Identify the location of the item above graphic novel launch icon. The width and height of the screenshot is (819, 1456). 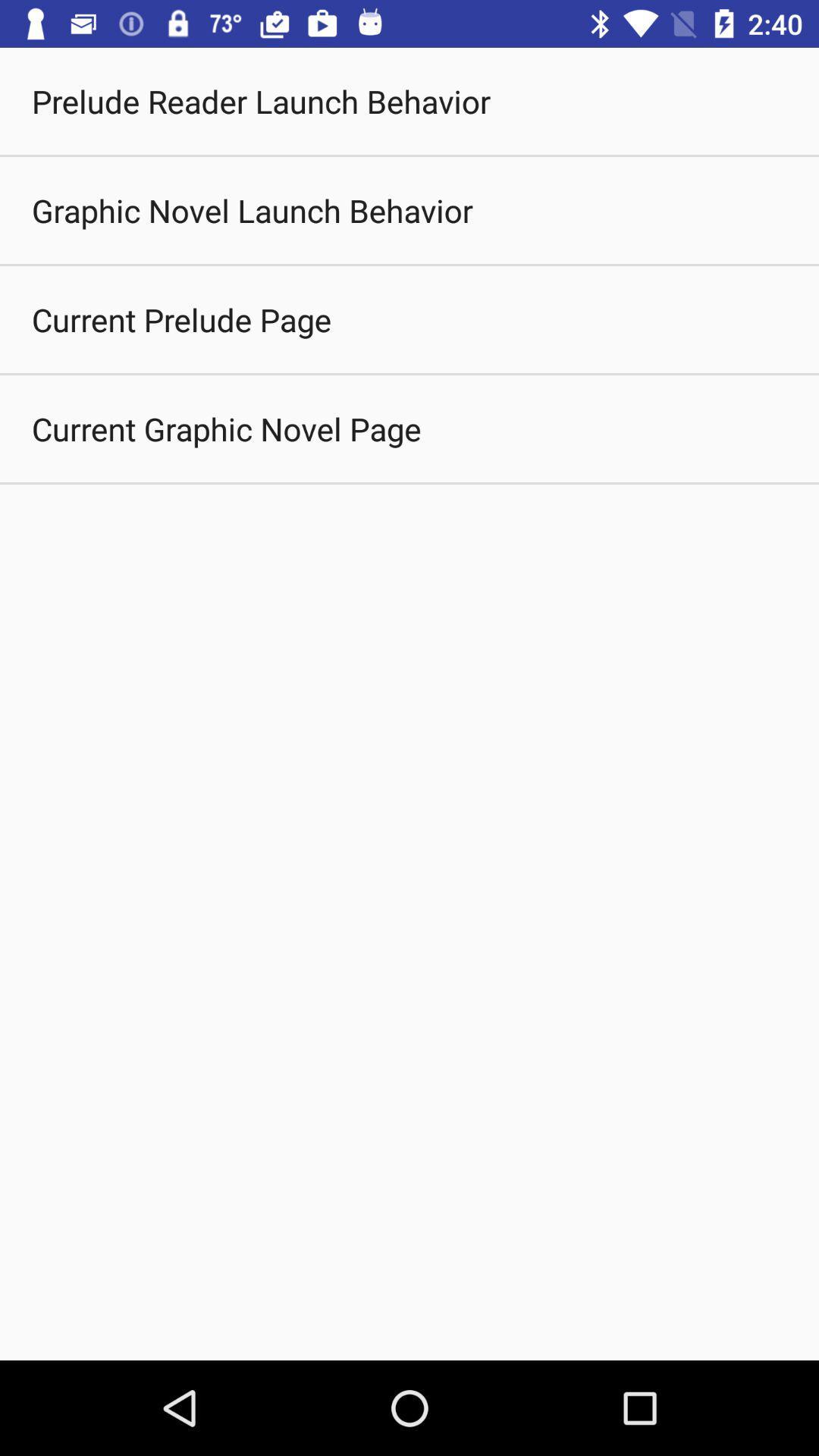
(260, 100).